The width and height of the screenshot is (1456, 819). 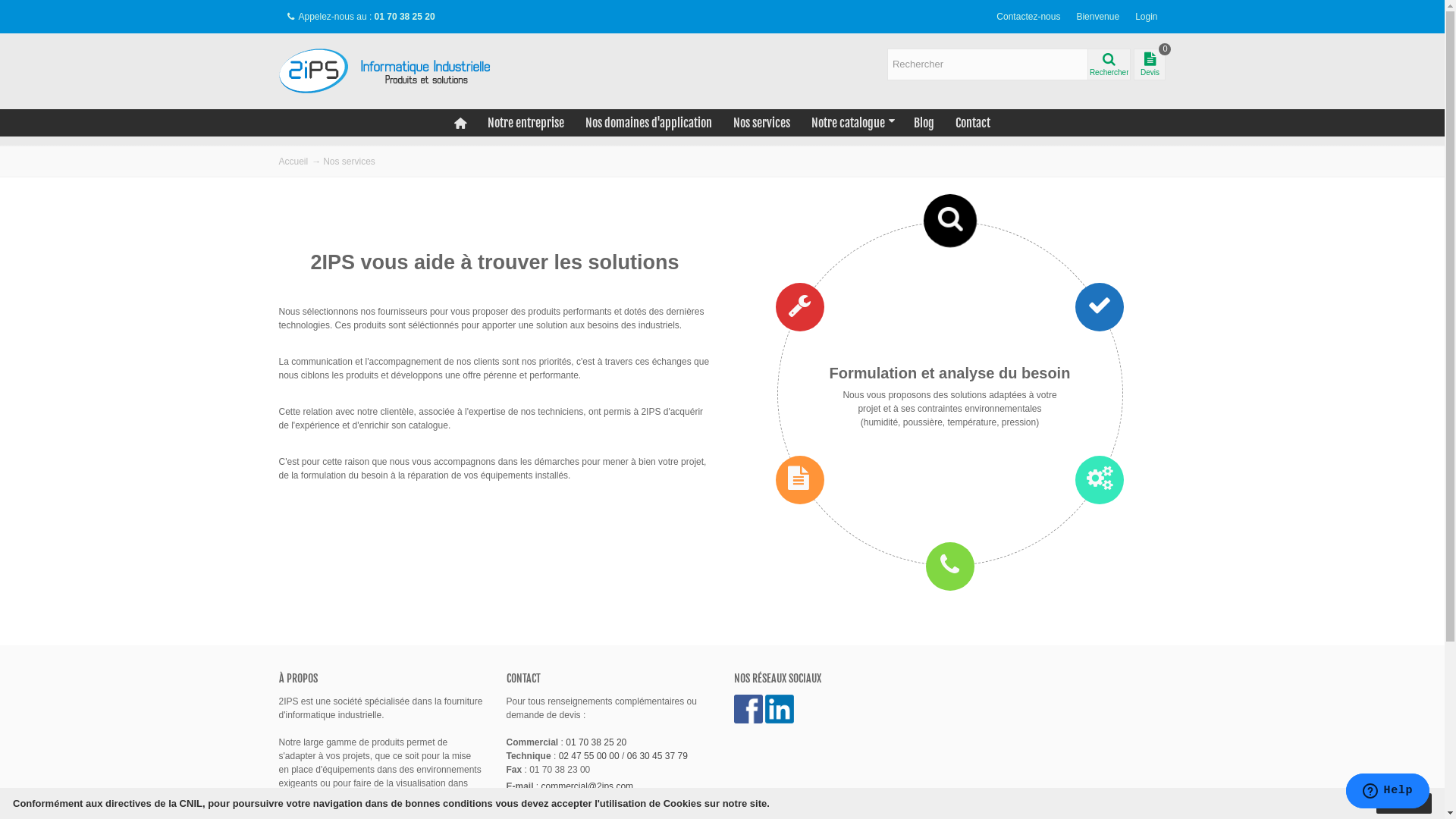 What do you see at coordinates (1127, 17) in the screenshot?
I see `'Login'` at bounding box center [1127, 17].